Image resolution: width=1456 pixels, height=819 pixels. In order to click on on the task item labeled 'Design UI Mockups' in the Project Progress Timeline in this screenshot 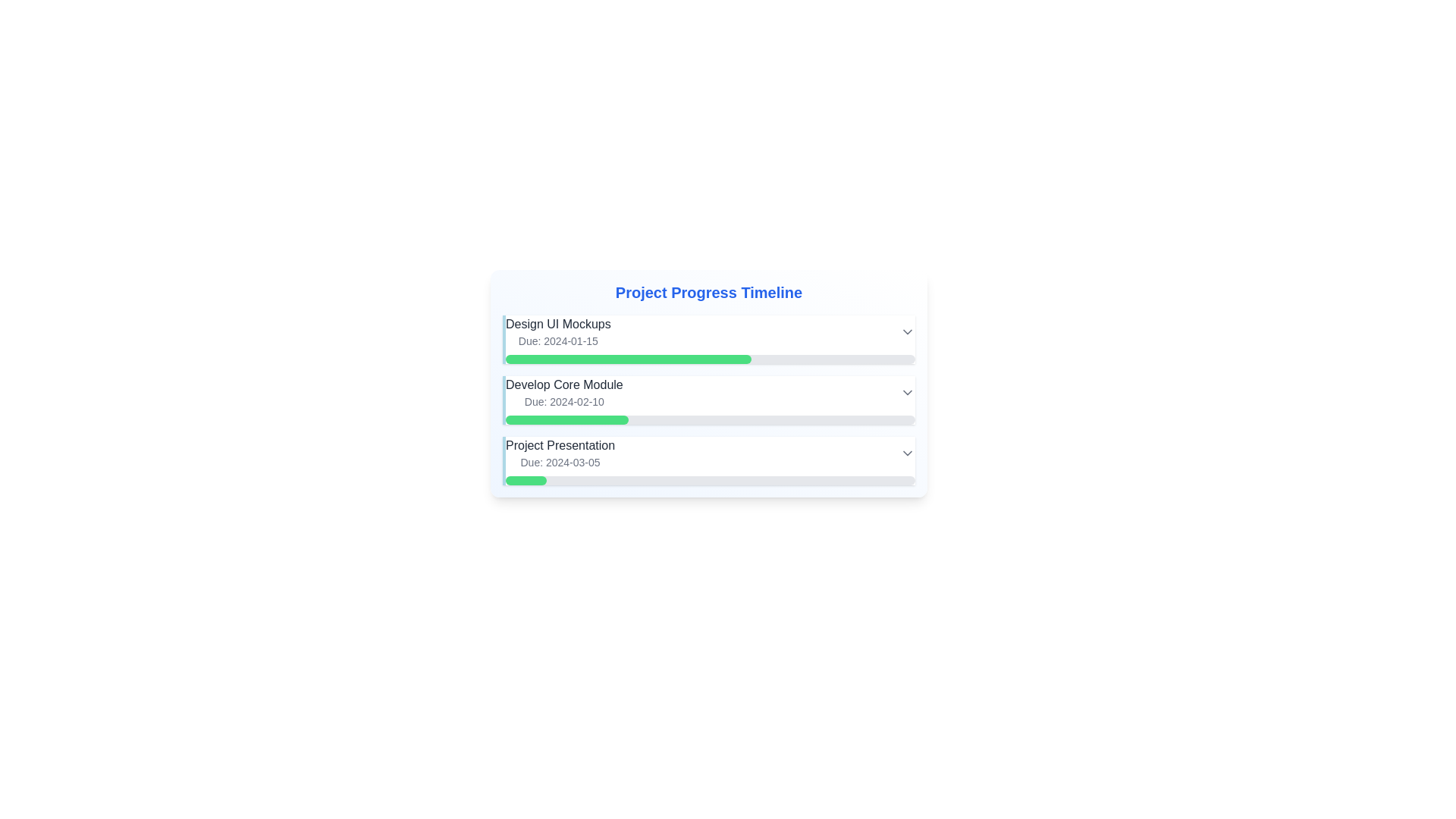, I will do `click(708, 338)`.